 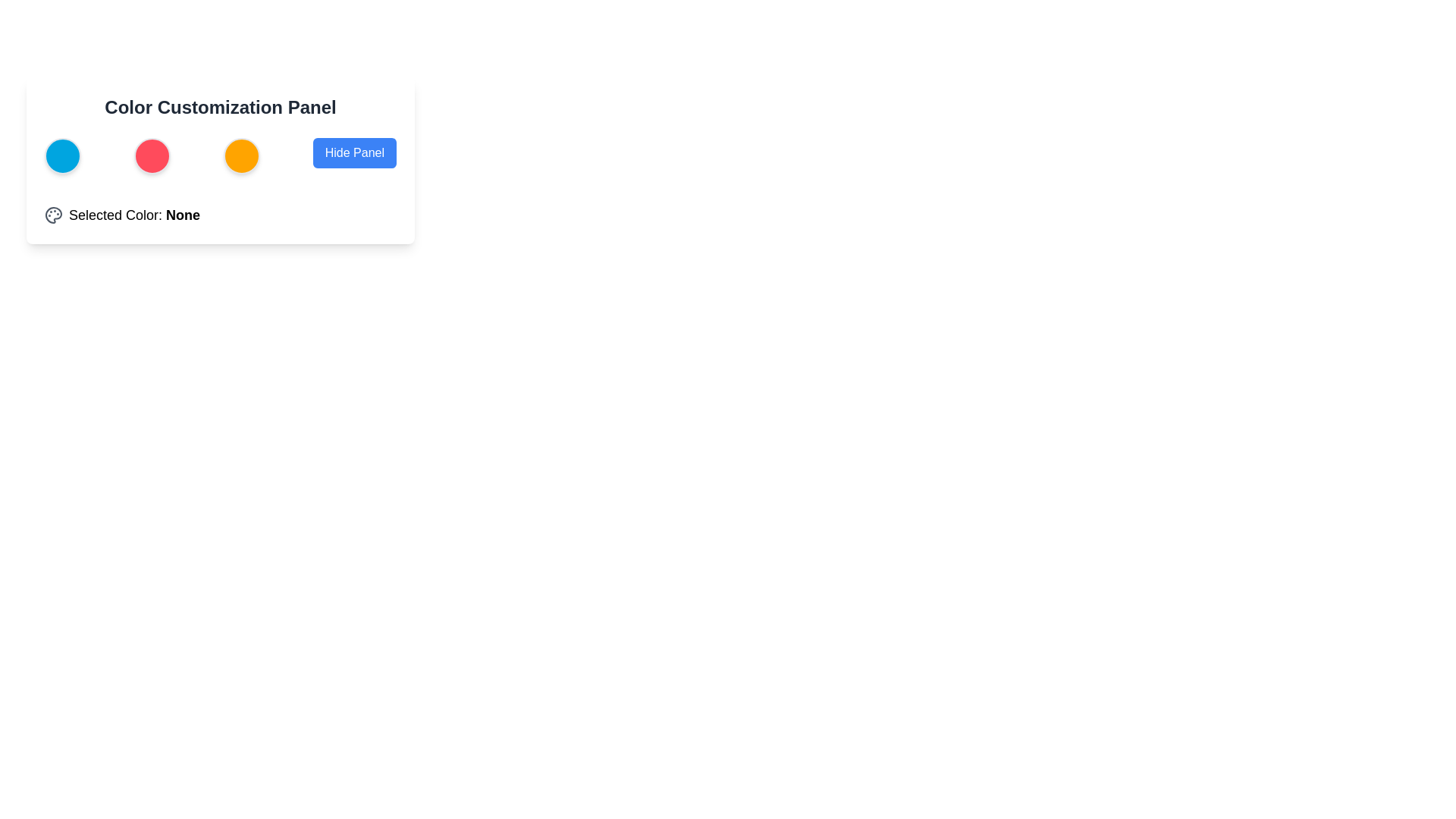 What do you see at coordinates (152, 155) in the screenshot?
I see `the circular red button located in the Color Customization Panel` at bounding box center [152, 155].